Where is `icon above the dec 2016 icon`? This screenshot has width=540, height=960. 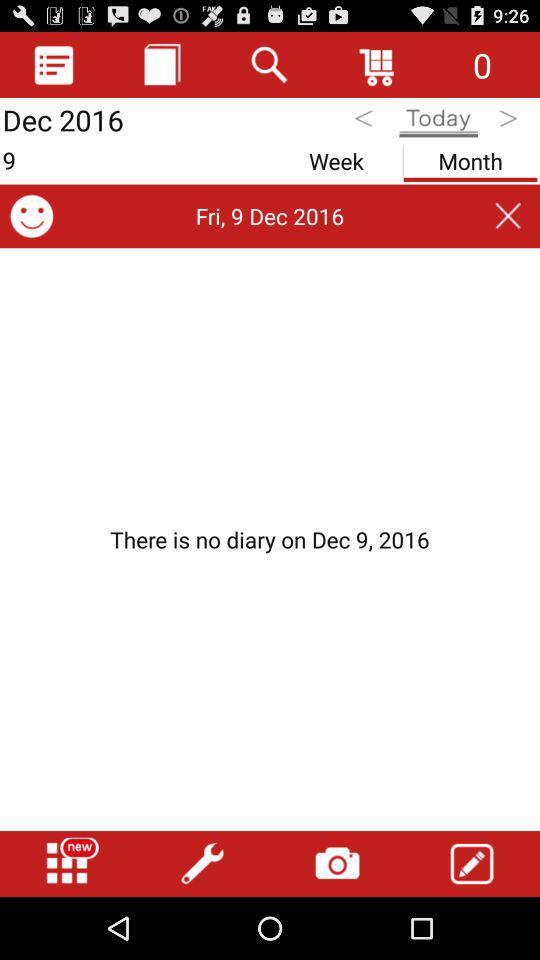 icon above the dec 2016 icon is located at coordinates (54, 64).